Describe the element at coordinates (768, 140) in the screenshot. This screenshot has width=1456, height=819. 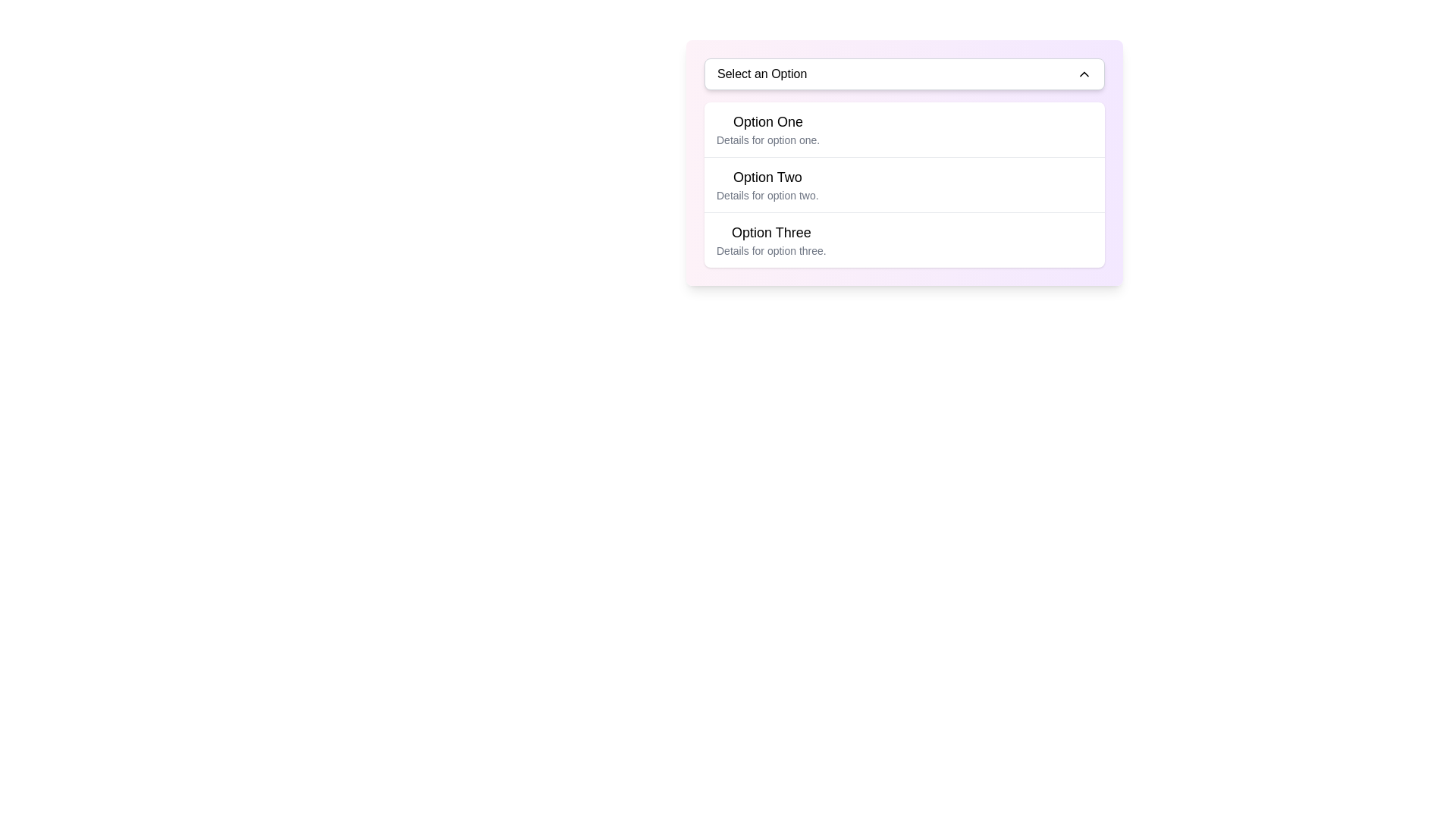
I see `the text label providing additional descriptive information about 'Option One', positioned directly below the bolded header in the dropdown menu` at that location.